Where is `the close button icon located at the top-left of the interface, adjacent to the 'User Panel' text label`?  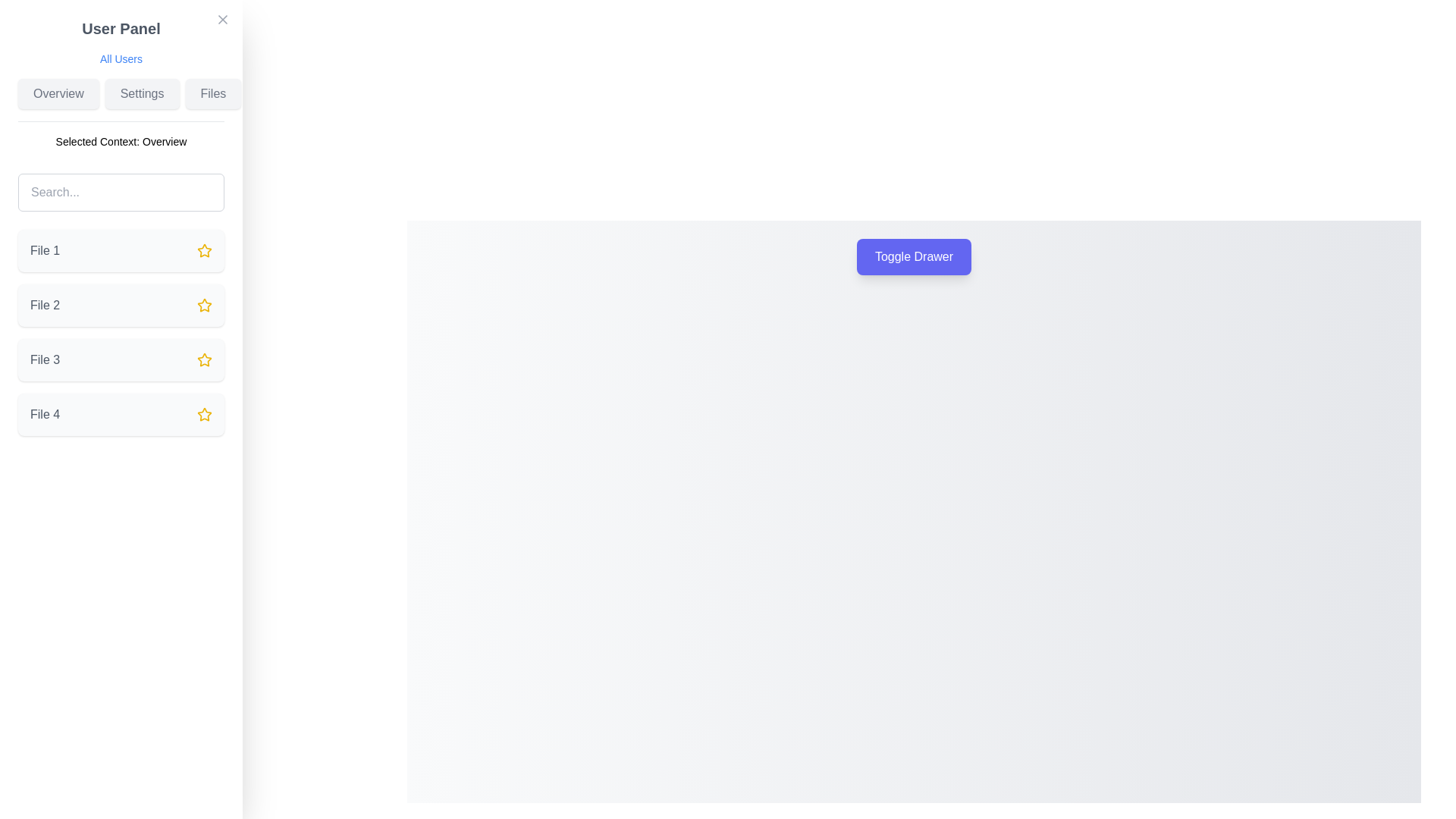 the close button icon located at the top-left of the interface, adjacent to the 'User Panel' text label is located at coordinates (221, 20).